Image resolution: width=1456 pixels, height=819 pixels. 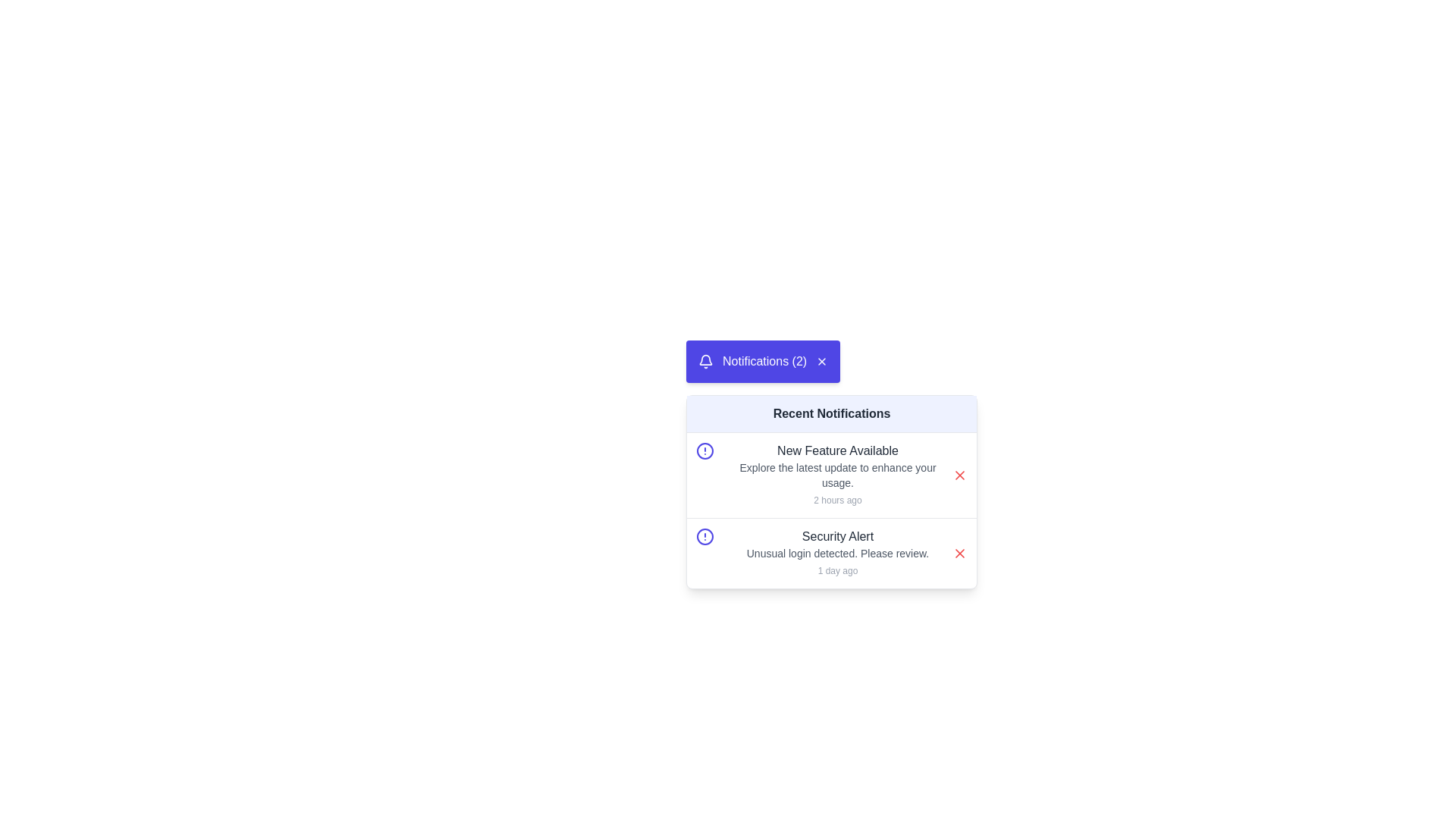 I want to click on the lower part of the bell notification icon, which is located in the top-left corner of the notifications popup and is part of the larger bell icon, so click(x=705, y=359).